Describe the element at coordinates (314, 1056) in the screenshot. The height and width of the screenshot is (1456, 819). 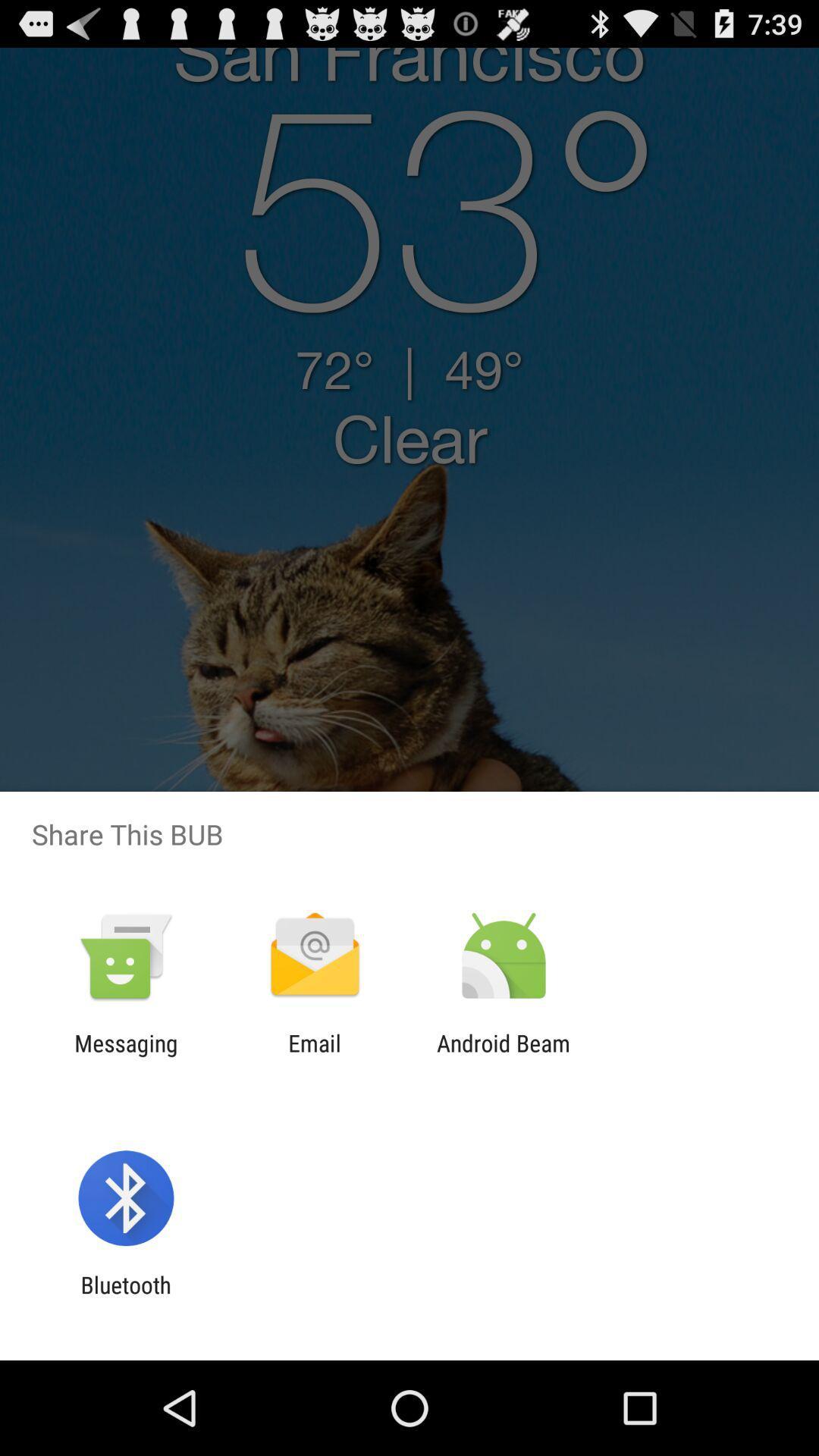
I see `the app to the left of android beam item` at that location.